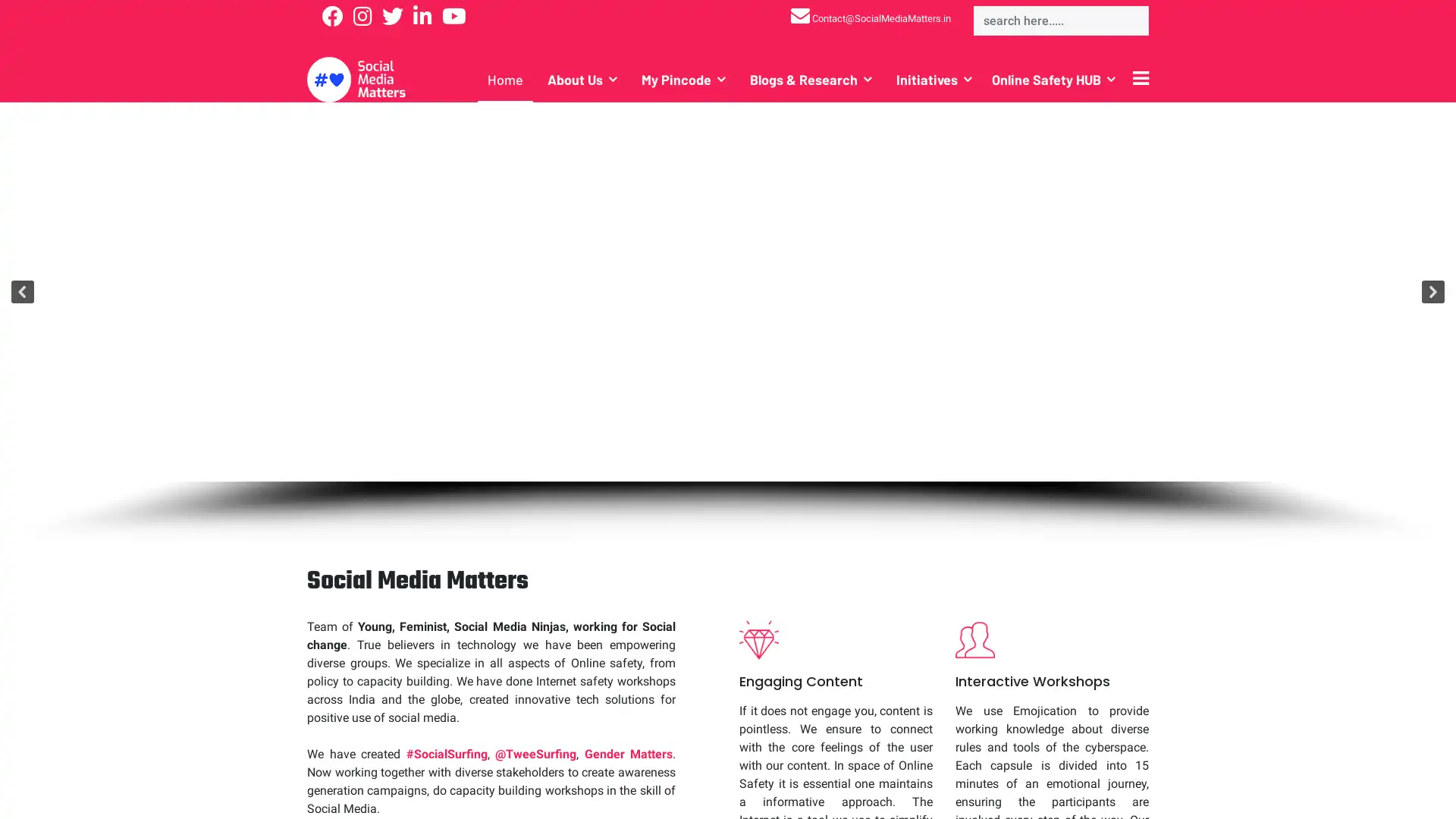  What do you see at coordinates (666, 466) in the screenshot?
I see `Be-Aware-India-Tour-Pondicherry.jpg` at bounding box center [666, 466].